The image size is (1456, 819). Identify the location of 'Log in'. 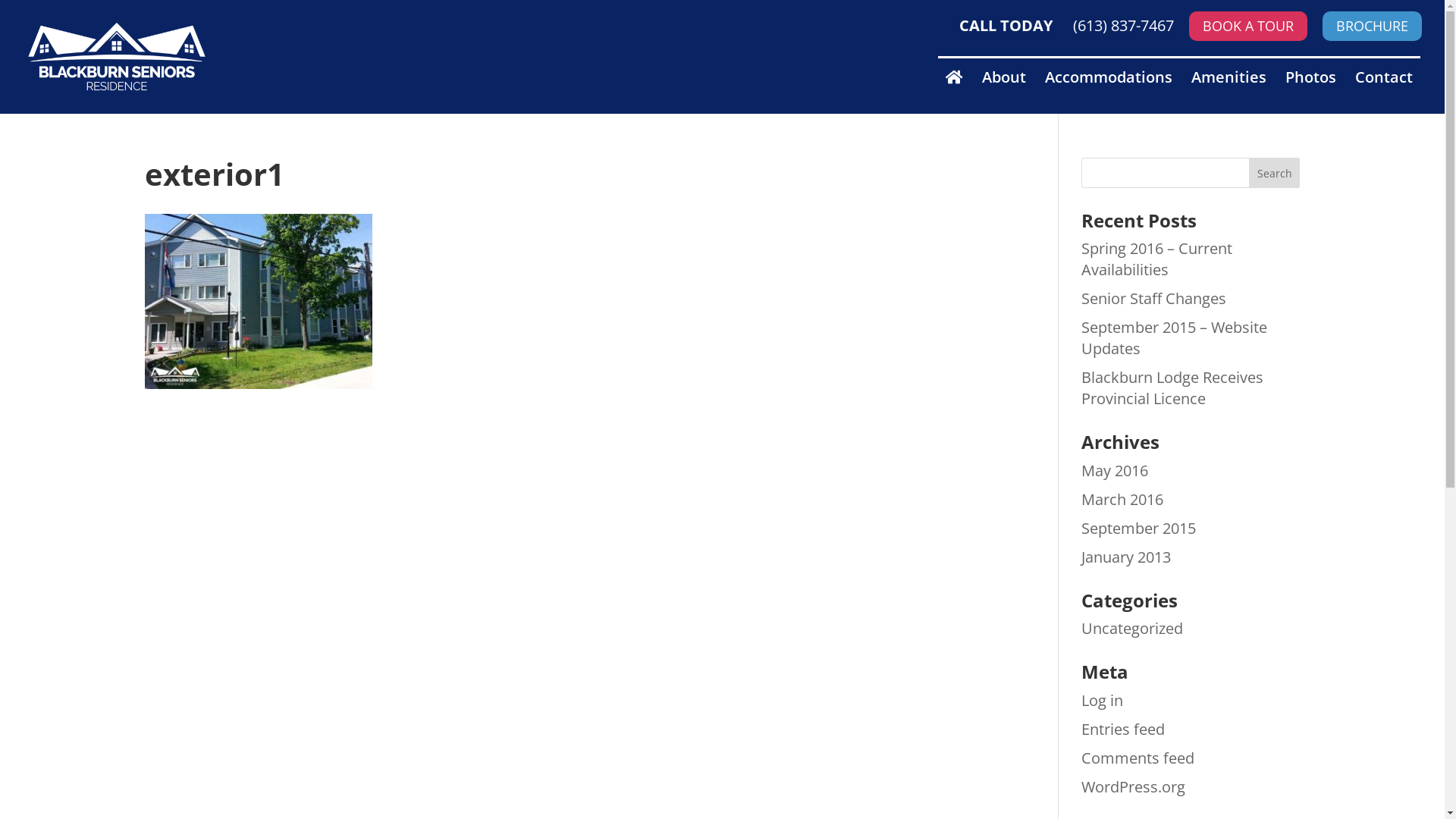
(1102, 700).